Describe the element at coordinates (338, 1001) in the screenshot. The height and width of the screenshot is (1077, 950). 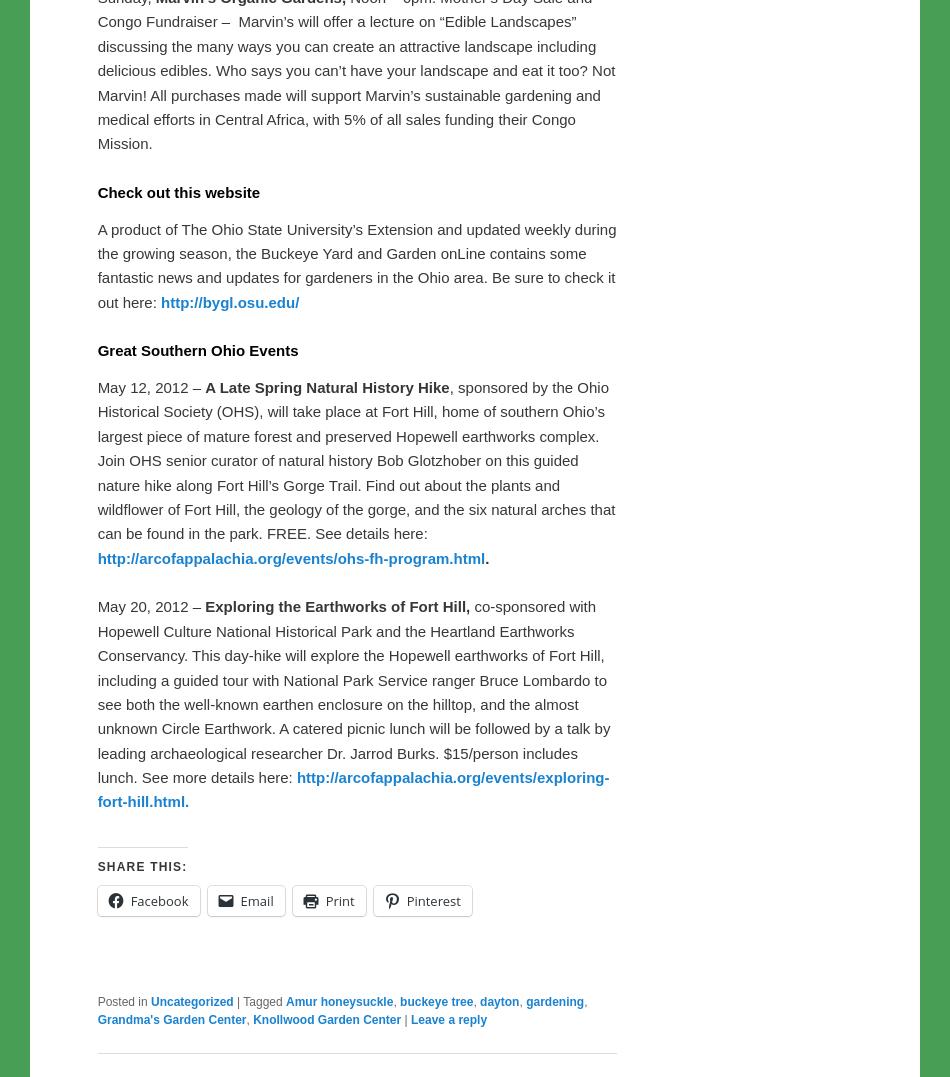
I see `'Amur honeysuckle'` at that location.